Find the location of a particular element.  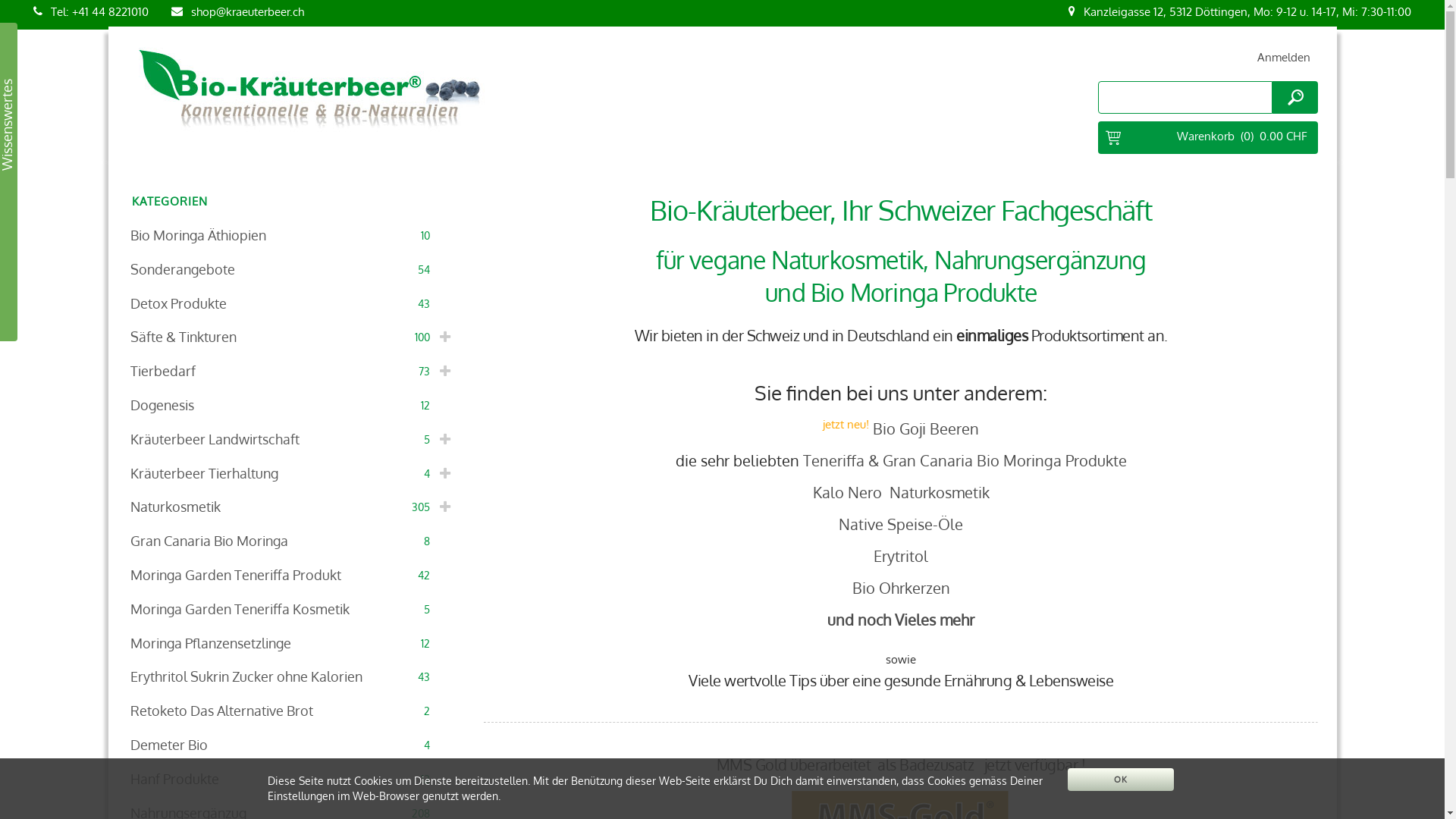

'Hanf Produkte is located at coordinates (293, 779).